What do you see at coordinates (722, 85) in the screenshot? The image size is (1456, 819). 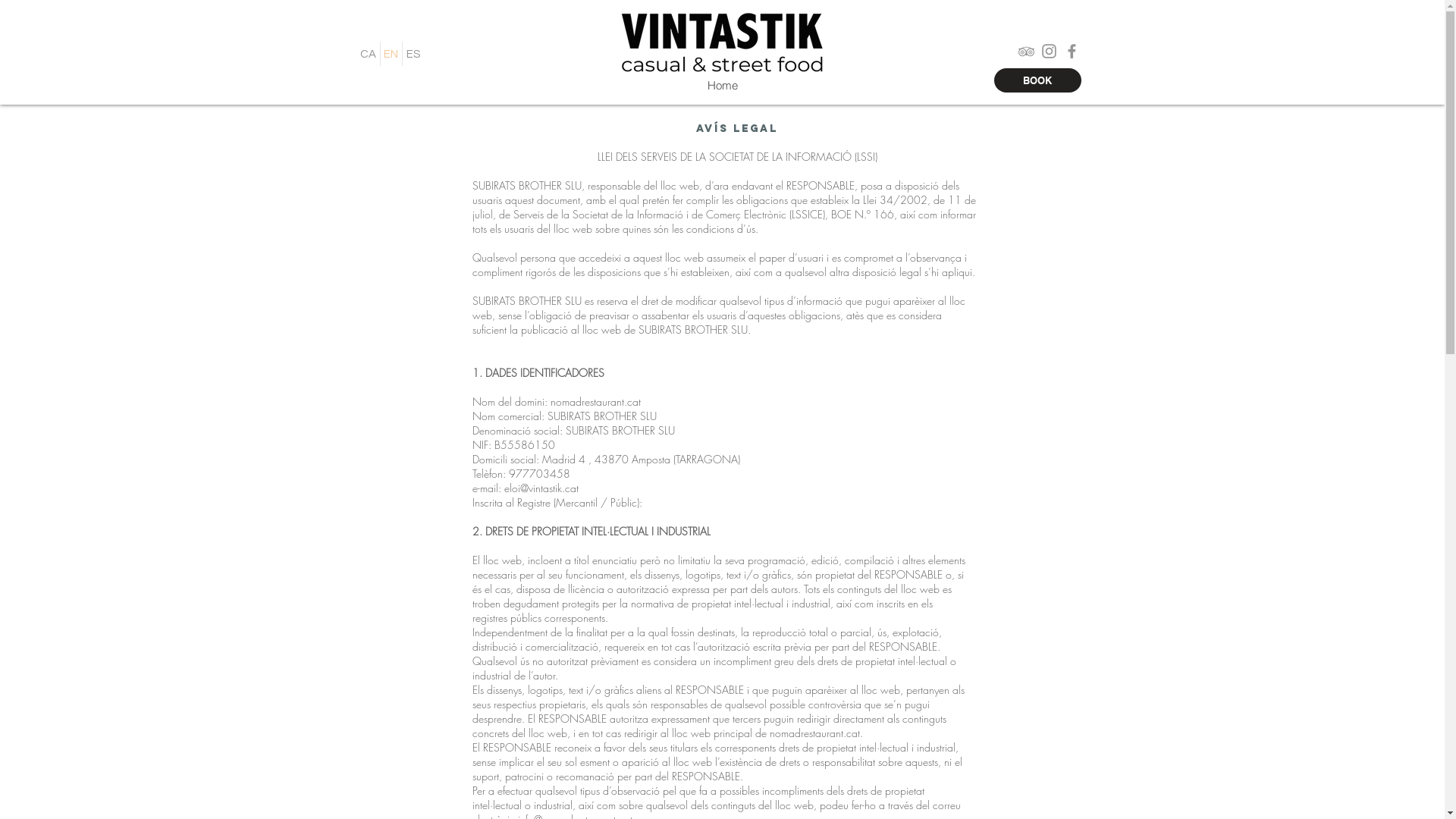 I see `'Home'` at bounding box center [722, 85].